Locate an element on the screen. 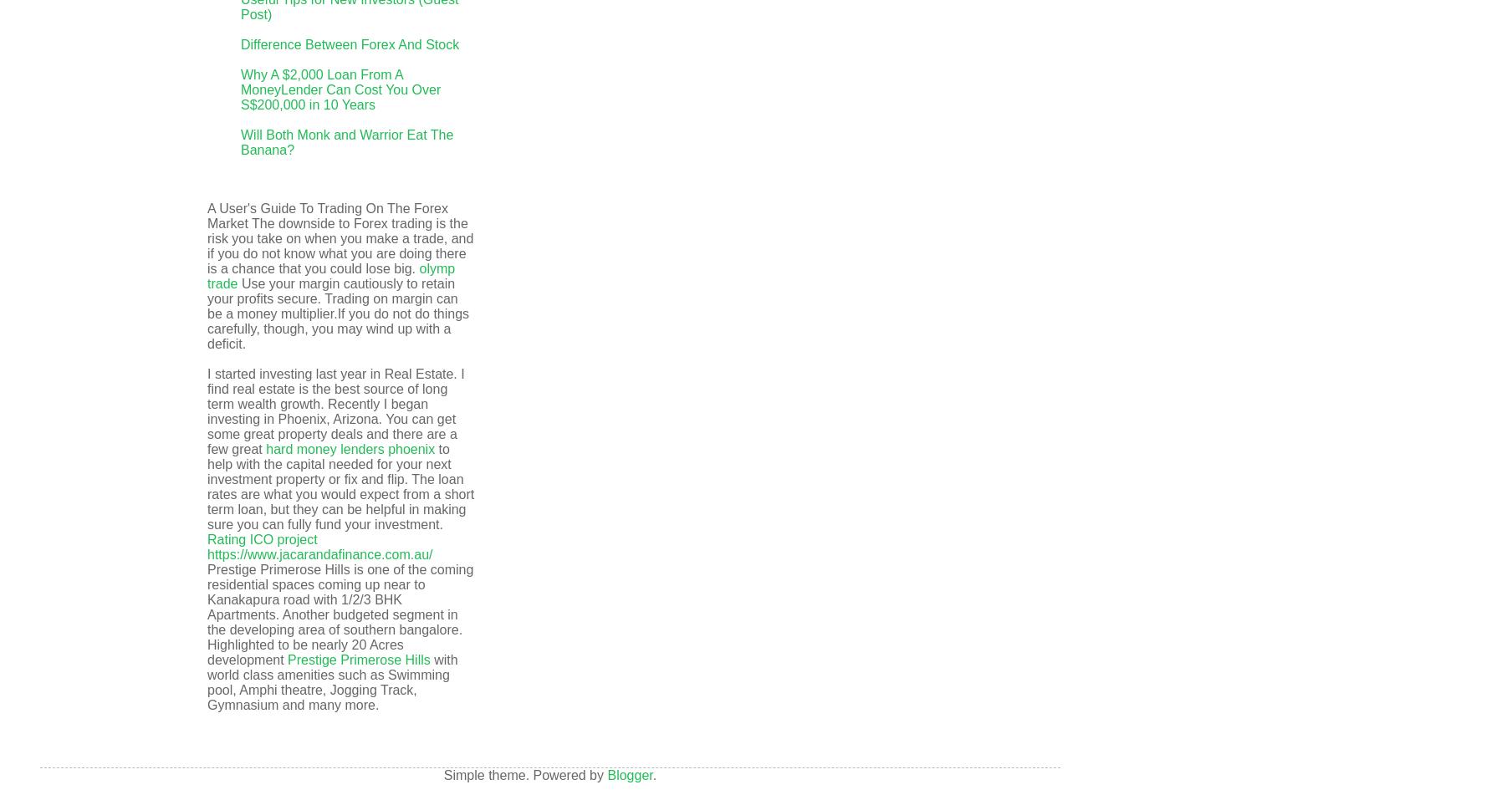 The image size is (1512, 795). 'with world class amenities such as Swimming pool, Amphi theatre, Jogging Track, Gymnasium and many more.' is located at coordinates (331, 681).